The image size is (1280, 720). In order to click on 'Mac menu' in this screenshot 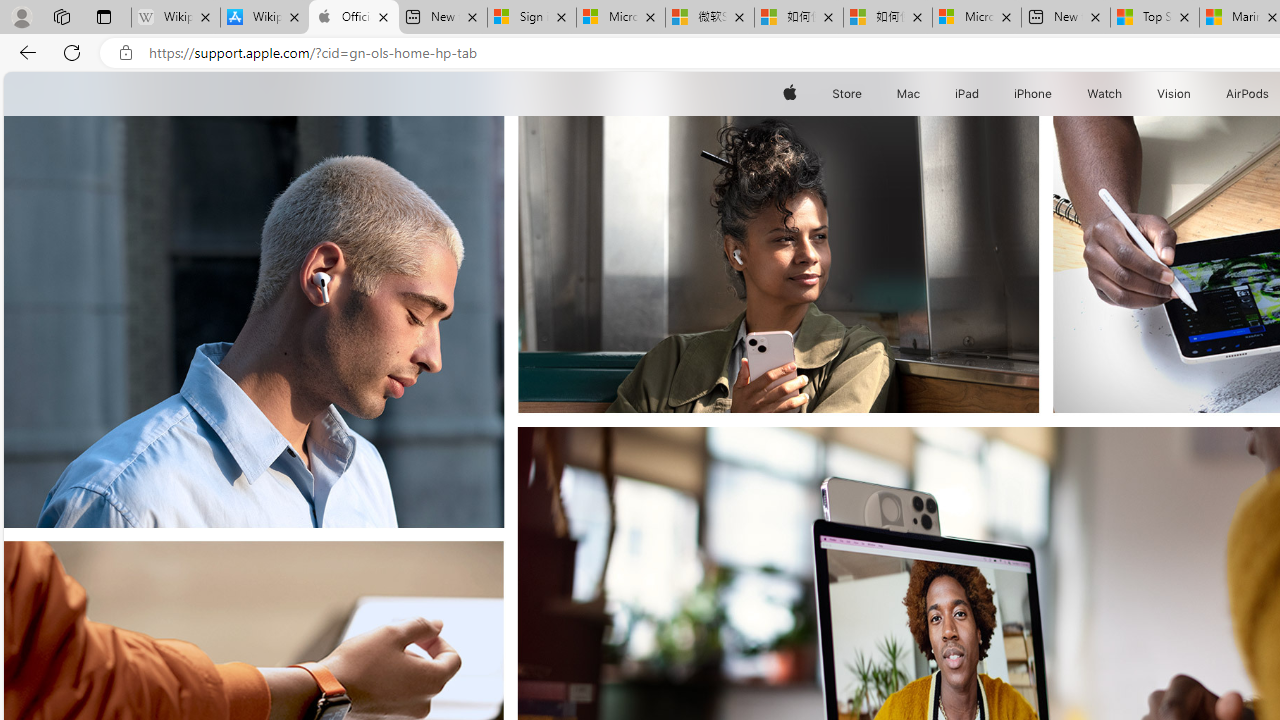, I will do `click(921, 93)`.